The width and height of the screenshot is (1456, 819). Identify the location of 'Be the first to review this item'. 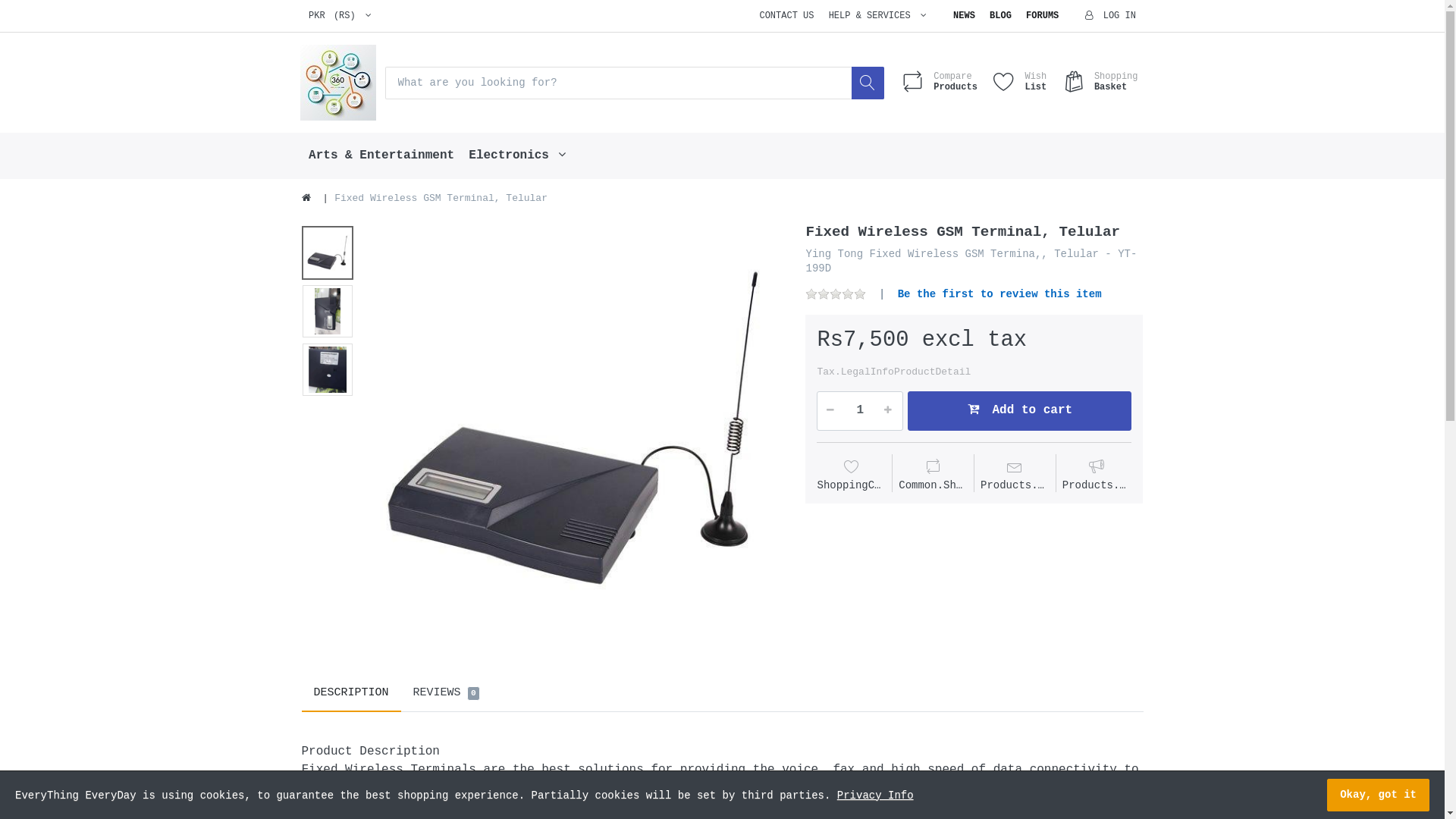
(999, 294).